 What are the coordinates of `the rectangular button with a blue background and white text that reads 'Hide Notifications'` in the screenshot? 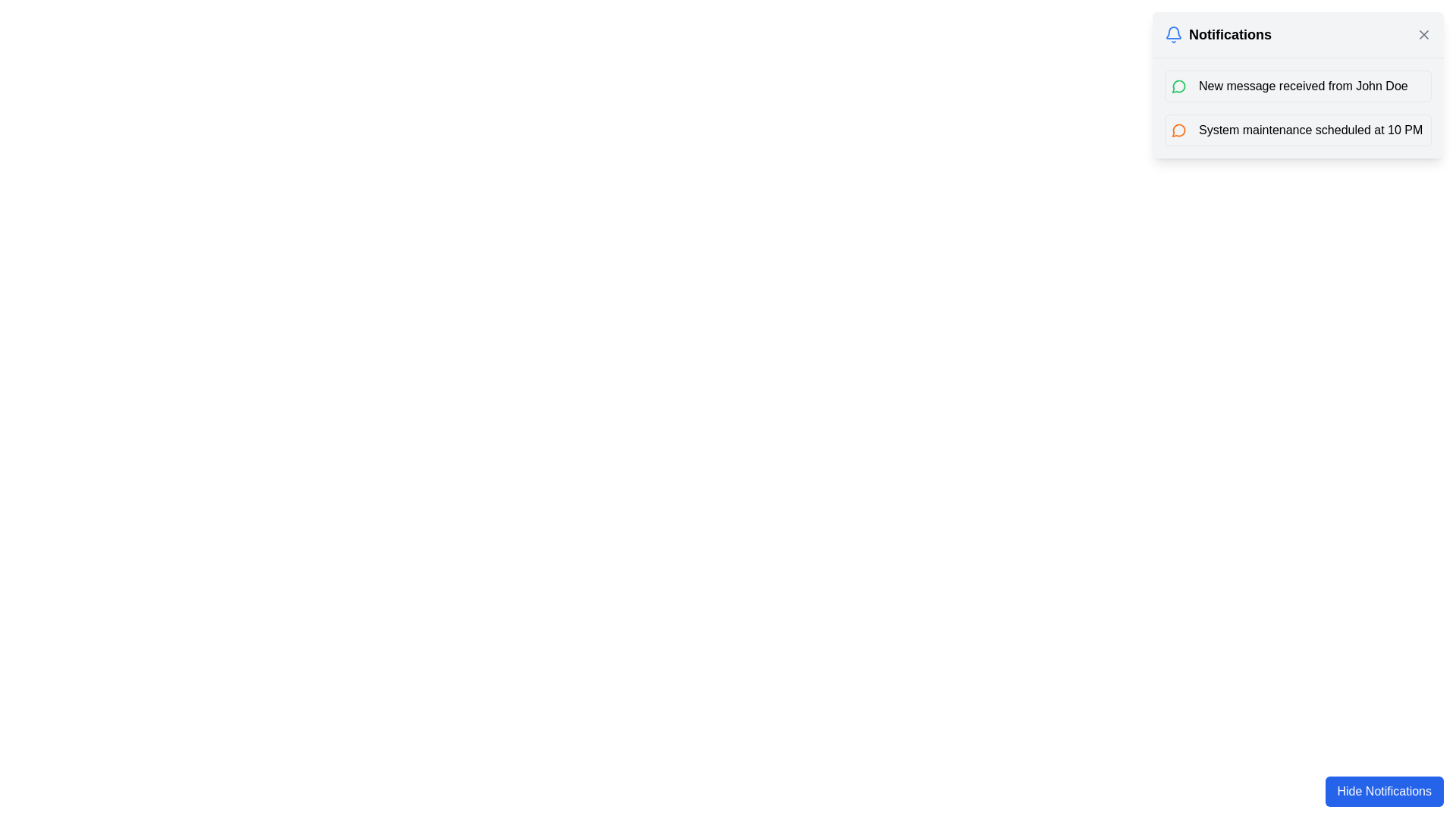 It's located at (1384, 791).